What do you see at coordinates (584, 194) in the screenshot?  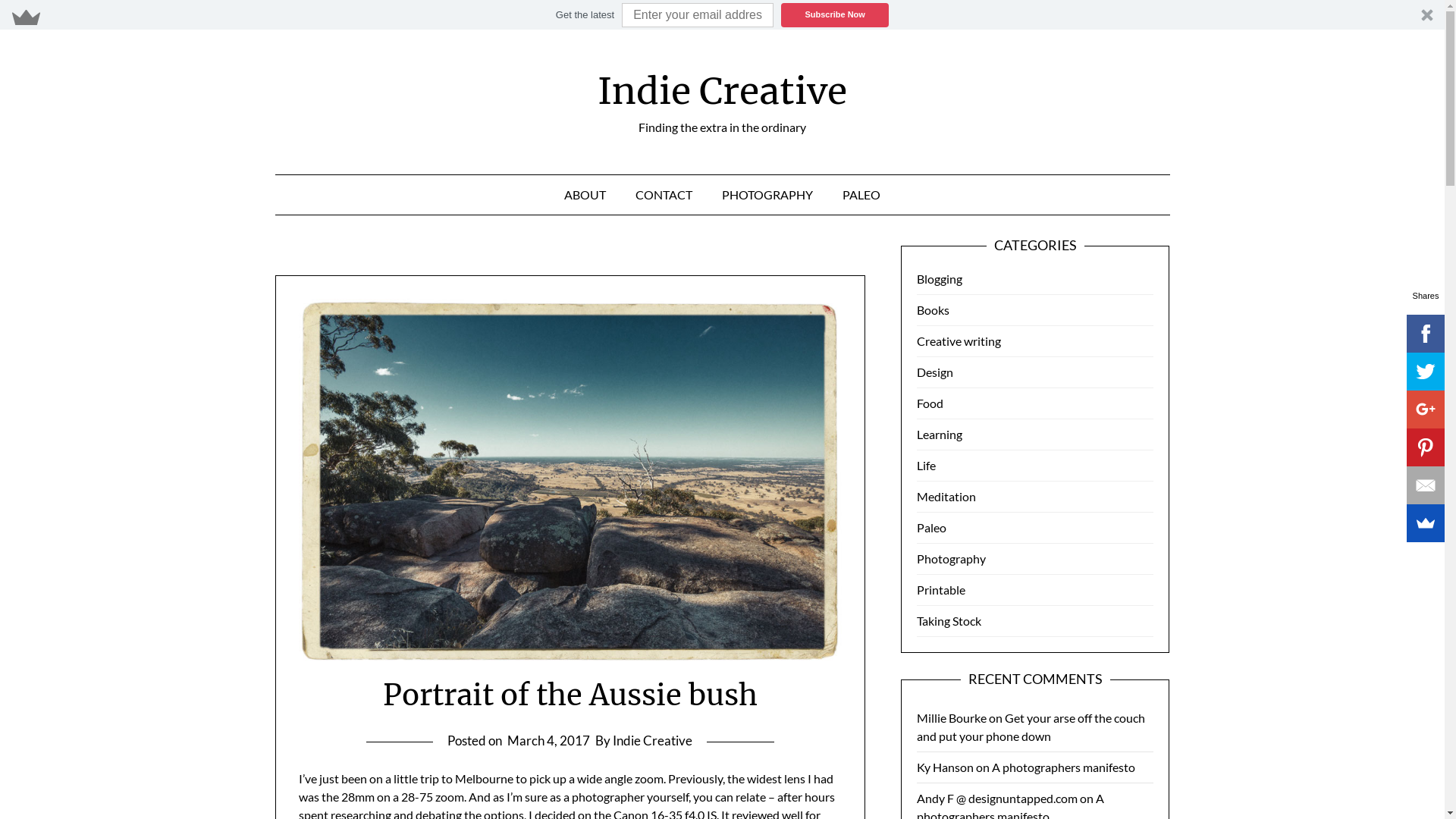 I see `'ABOUT'` at bounding box center [584, 194].